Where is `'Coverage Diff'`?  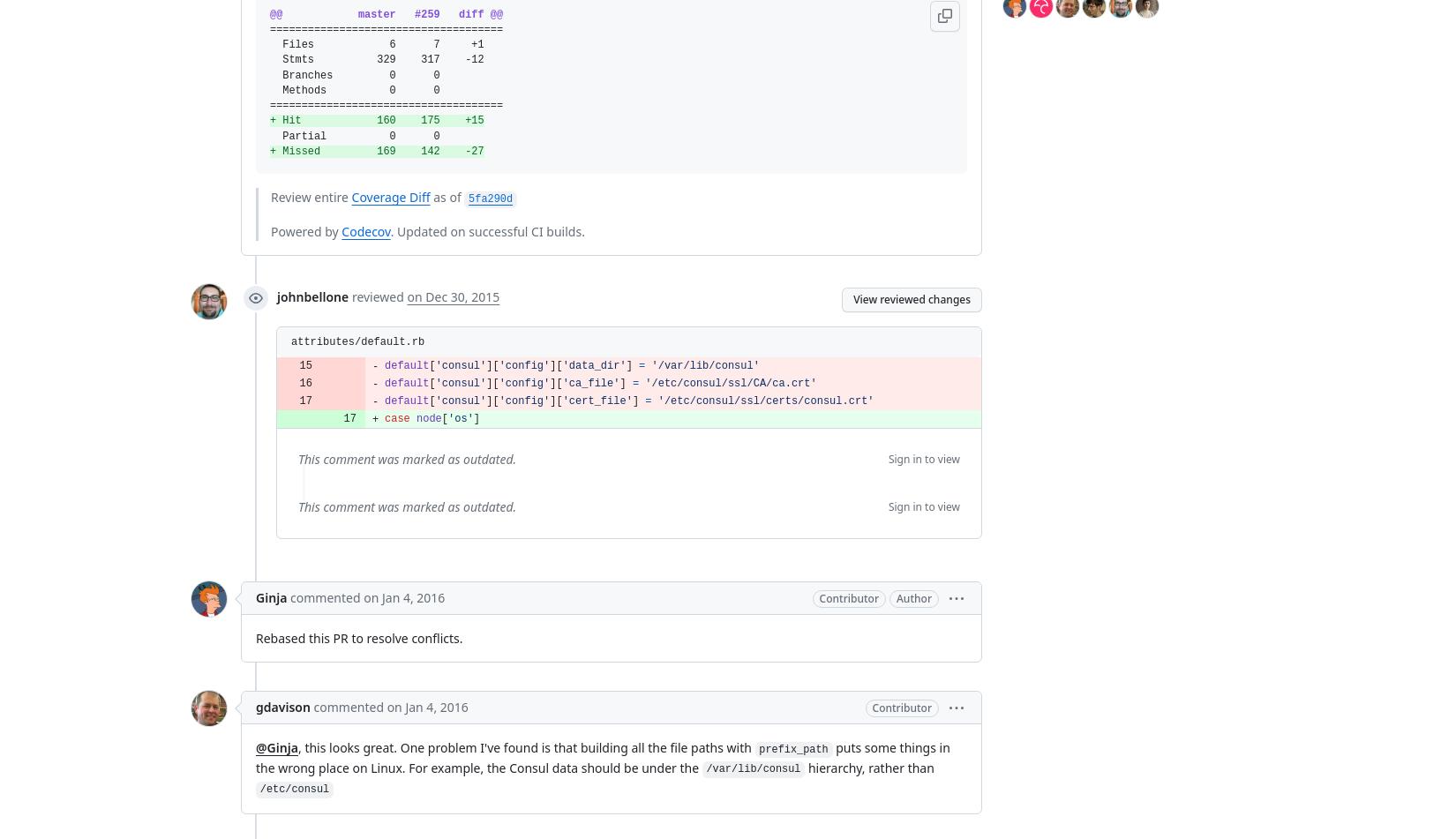 'Coverage Diff' is located at coordinates (350, 197).